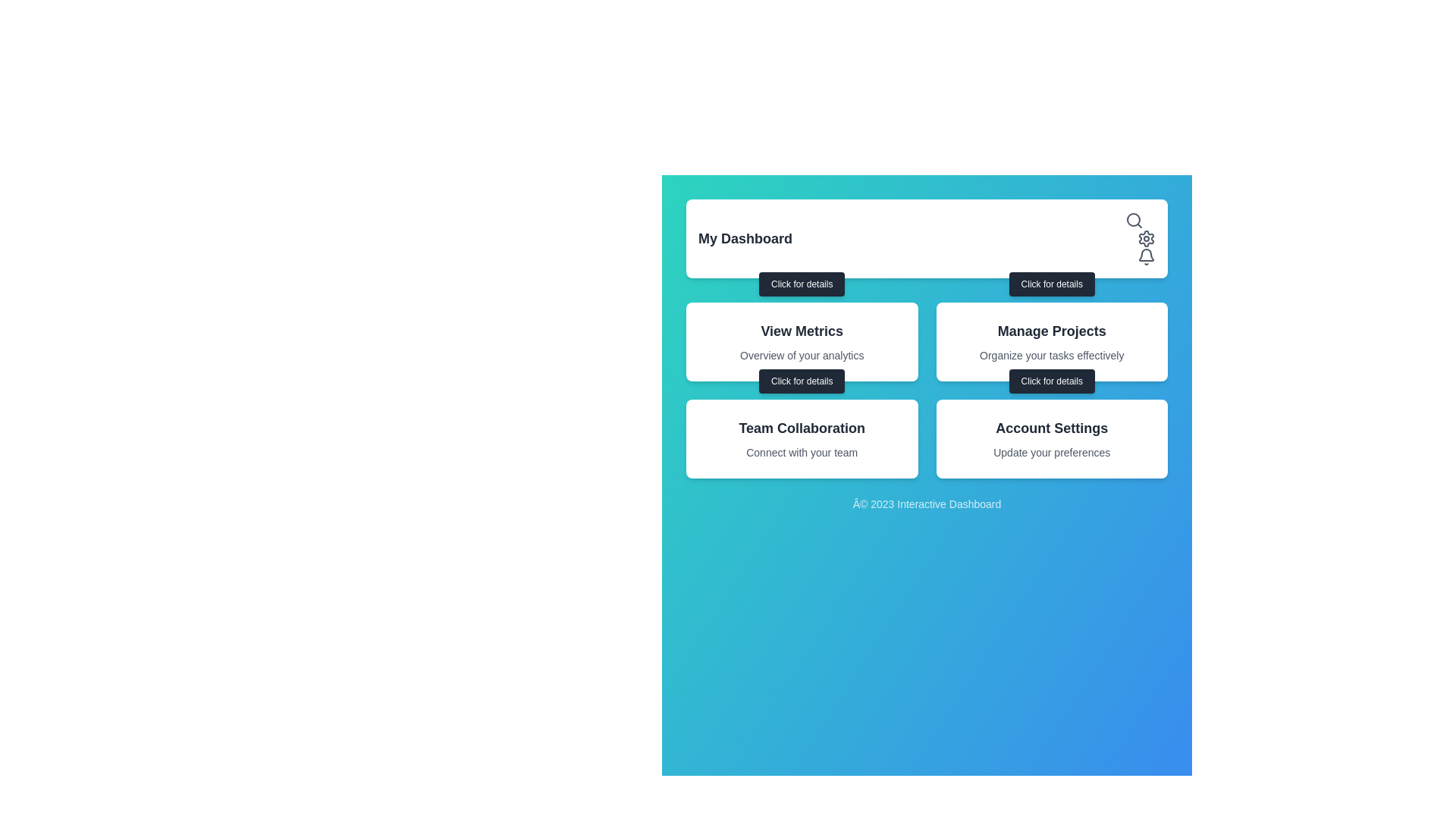 The width and height of the screenshot is (1456, 819). I want to click on the bell icon located in the top-right corner of the navigation bar, so click(1147, 256).